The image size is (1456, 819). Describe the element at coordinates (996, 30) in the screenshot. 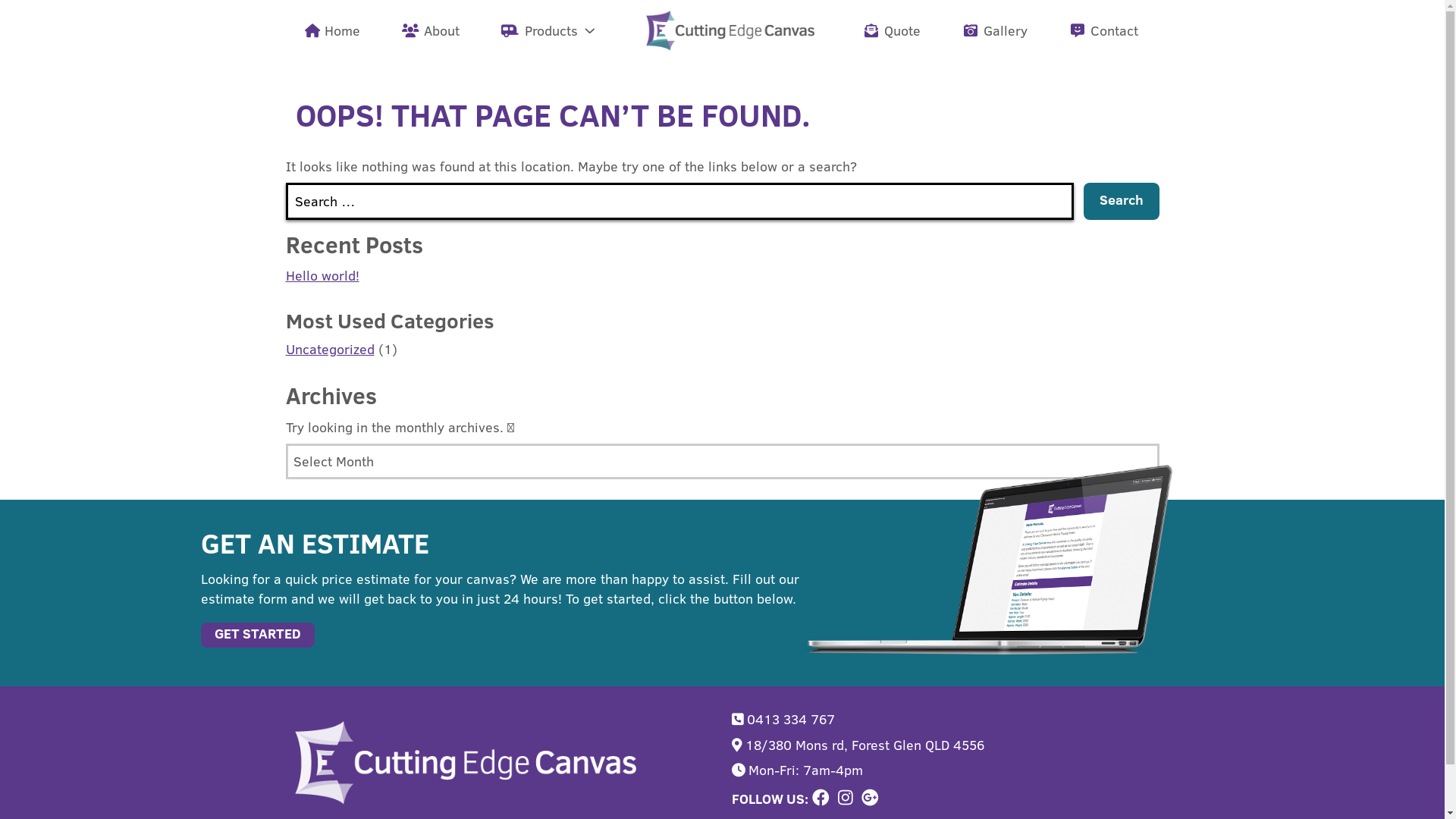

I see `'Gallery'` at that location.